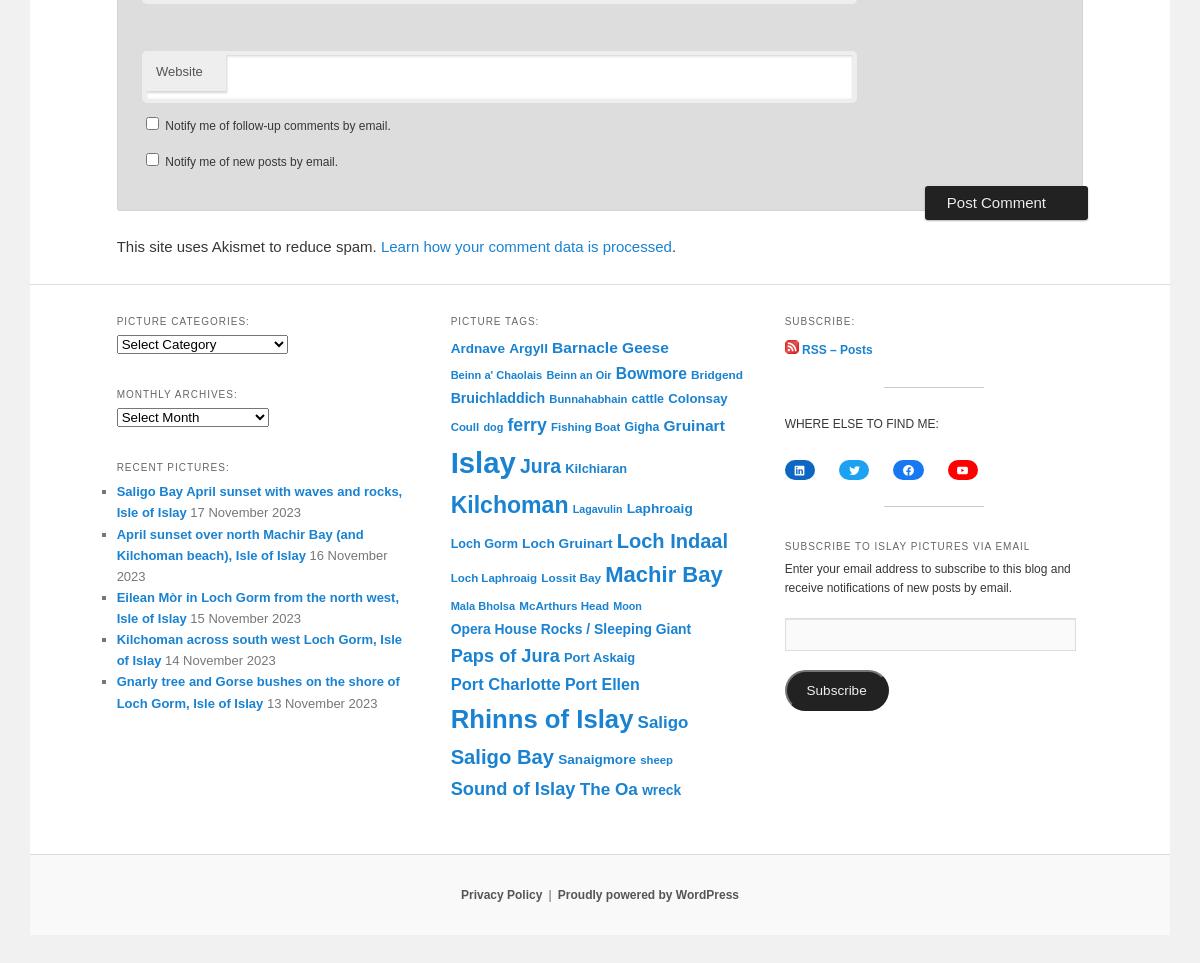  Describe the element at coordinates (450, 373) in the screenshot. I see `'Beinn a' Chaolais'` at that location.